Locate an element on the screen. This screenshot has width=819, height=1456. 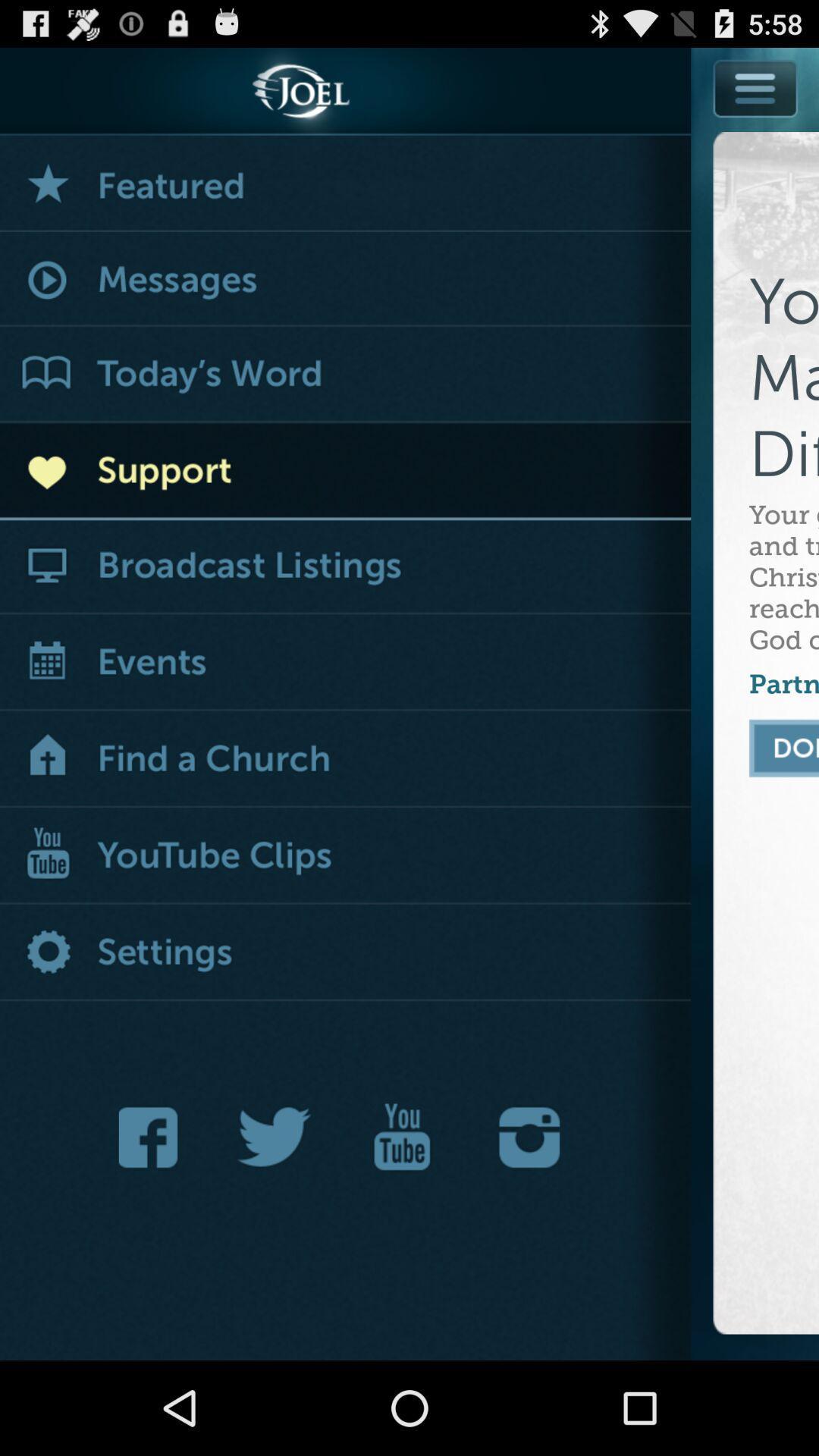
the date_range icon is located at coordinates (401, 1217).